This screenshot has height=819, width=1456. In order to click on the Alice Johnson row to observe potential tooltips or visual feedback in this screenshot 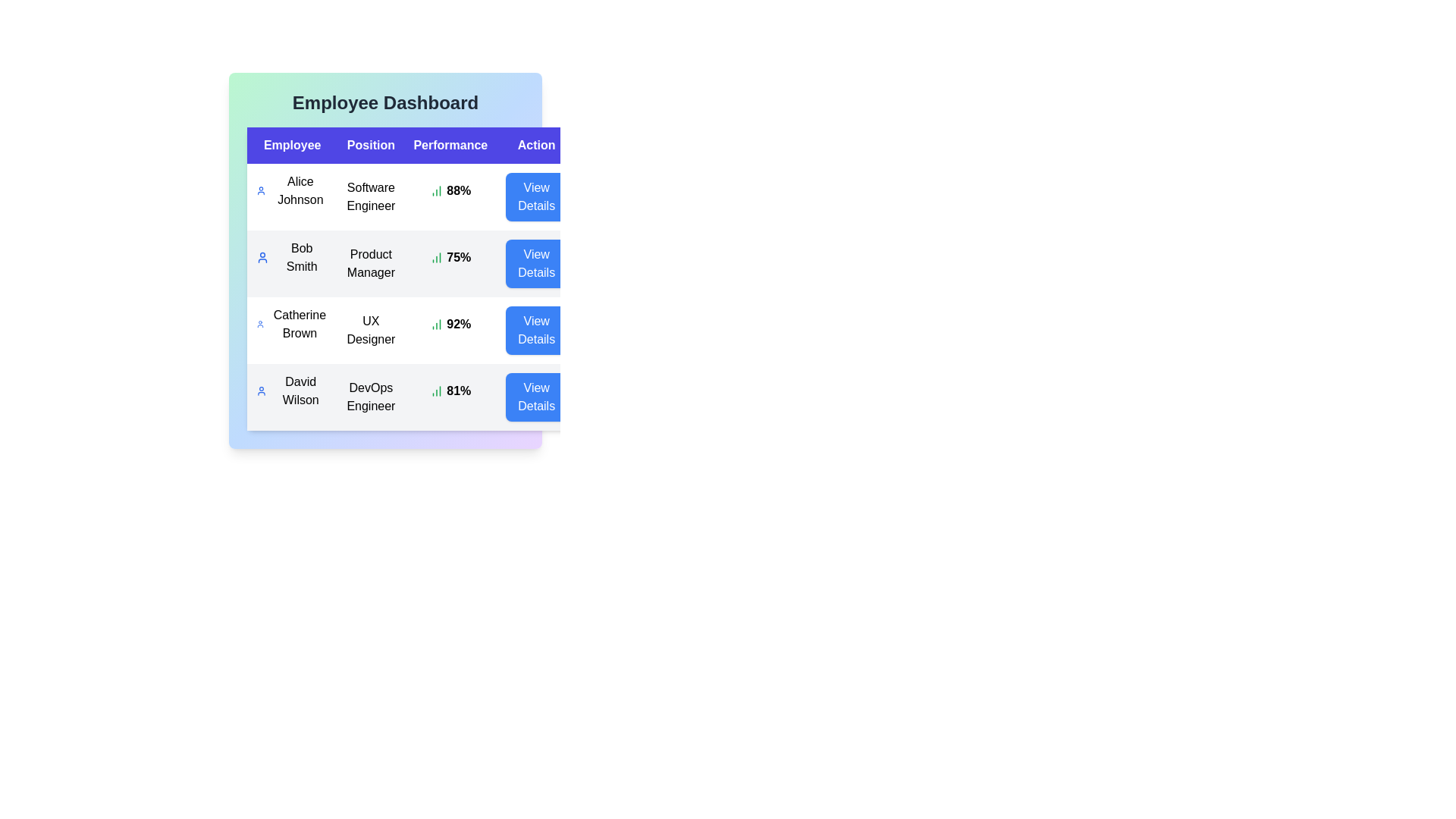, I will do `click(292, 190)`.